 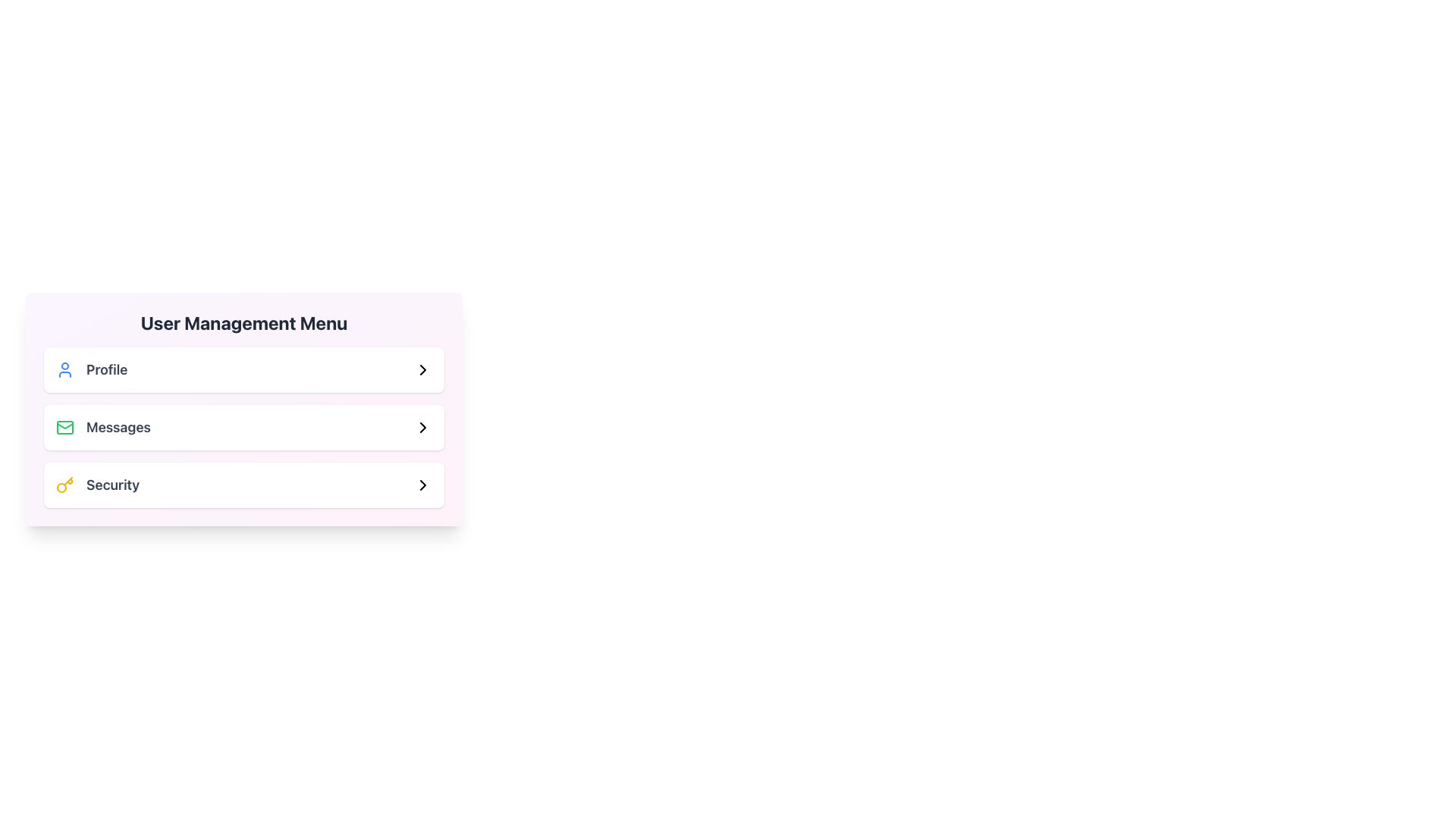 I want to click on the navigation icon located to the extreme right of the 'Profile' item in the 'User Management Menu', so click(x=422, y=370).